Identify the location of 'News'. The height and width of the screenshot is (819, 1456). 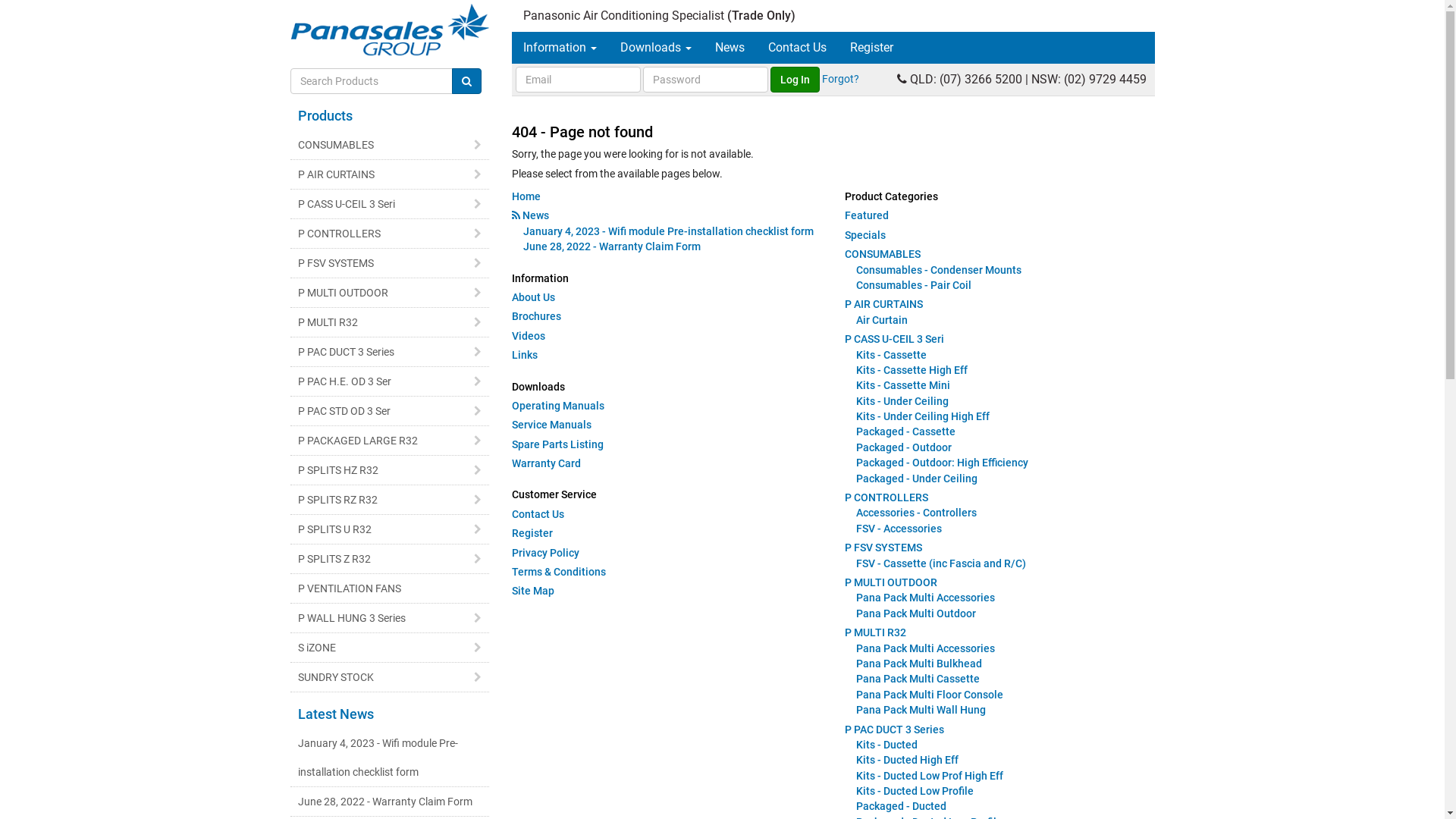
(730, 46).